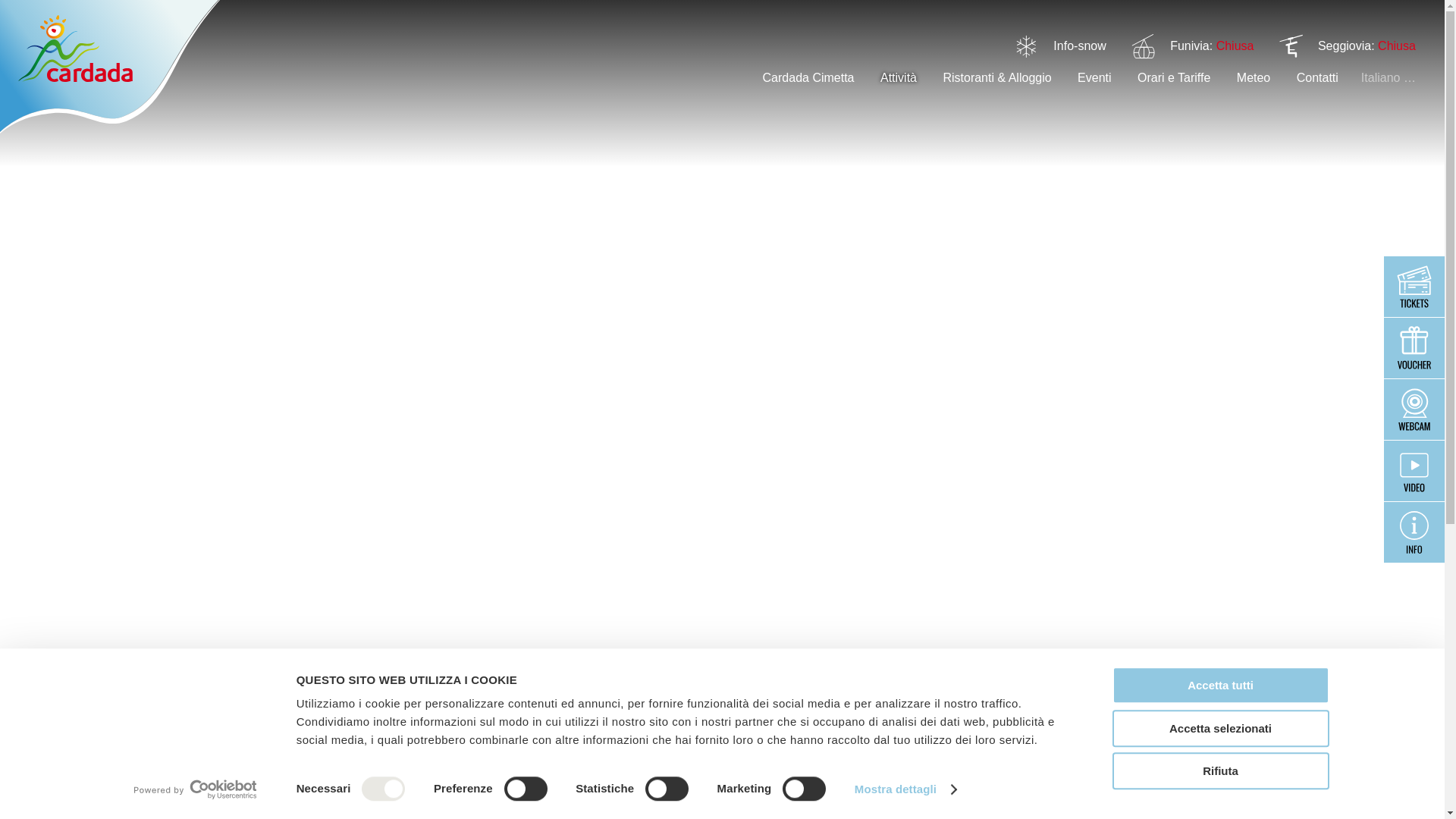 This screenshot has width=1456, height=819. I want to click on 'Info', so click(1414, 532).